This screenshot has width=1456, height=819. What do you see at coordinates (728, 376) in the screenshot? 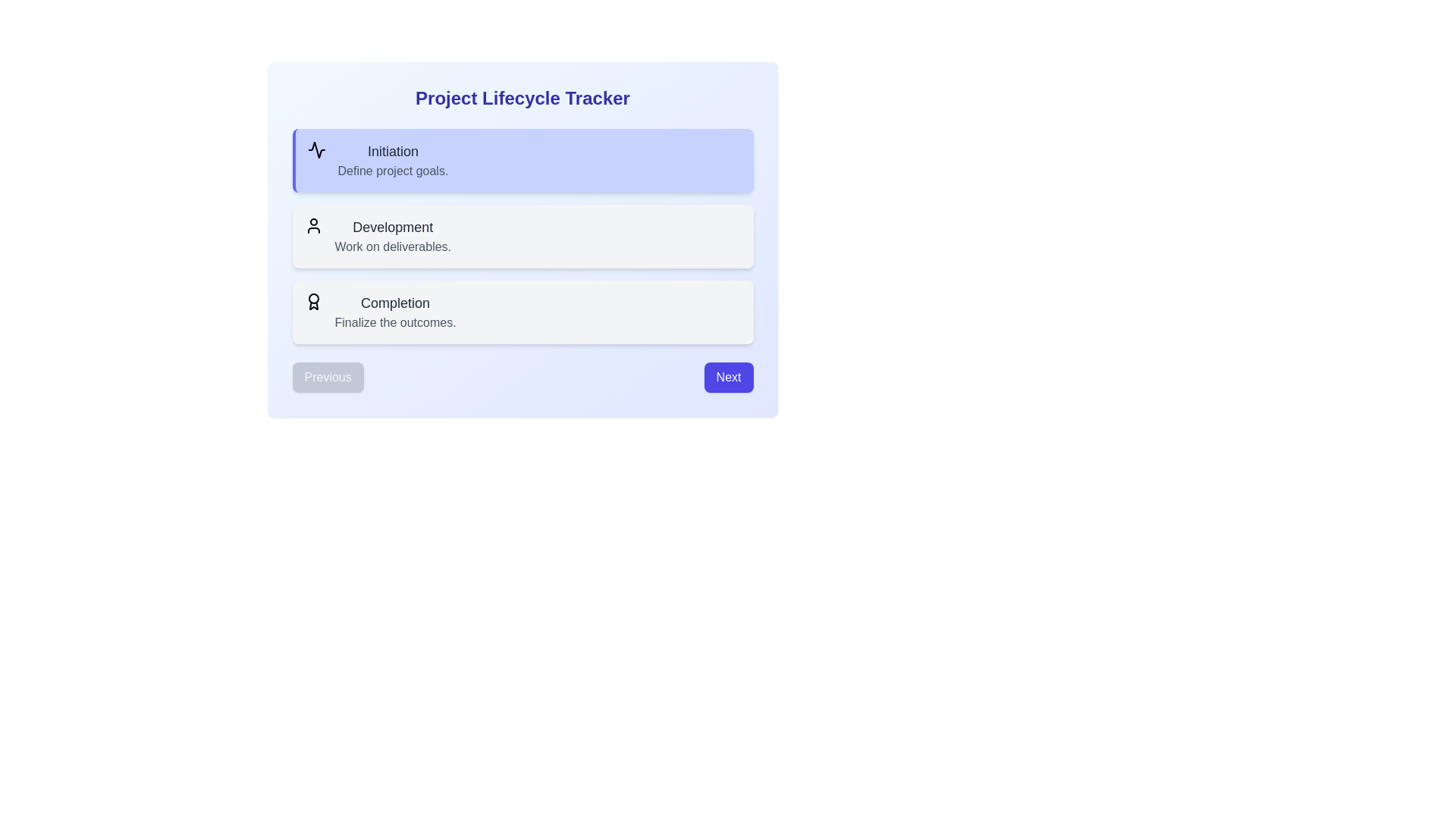
I see `the navigation button located at the bottom right corner of the interface to observe potential visual effects` at bounding box center [728, 376].